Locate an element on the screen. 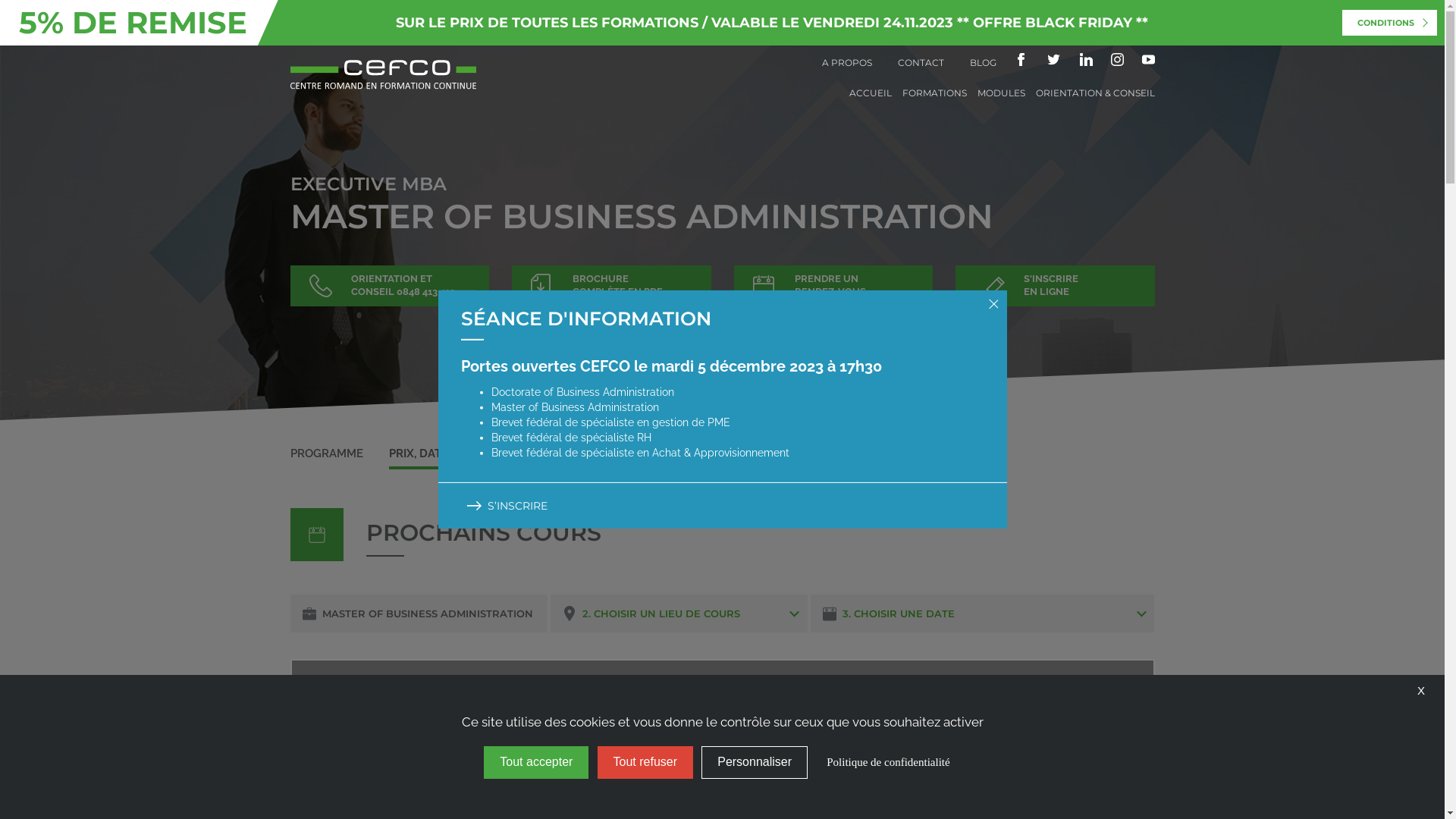 This screenshot has width=1456, height=819. 'PROGRAMME' is located at coordinates (290, 452).